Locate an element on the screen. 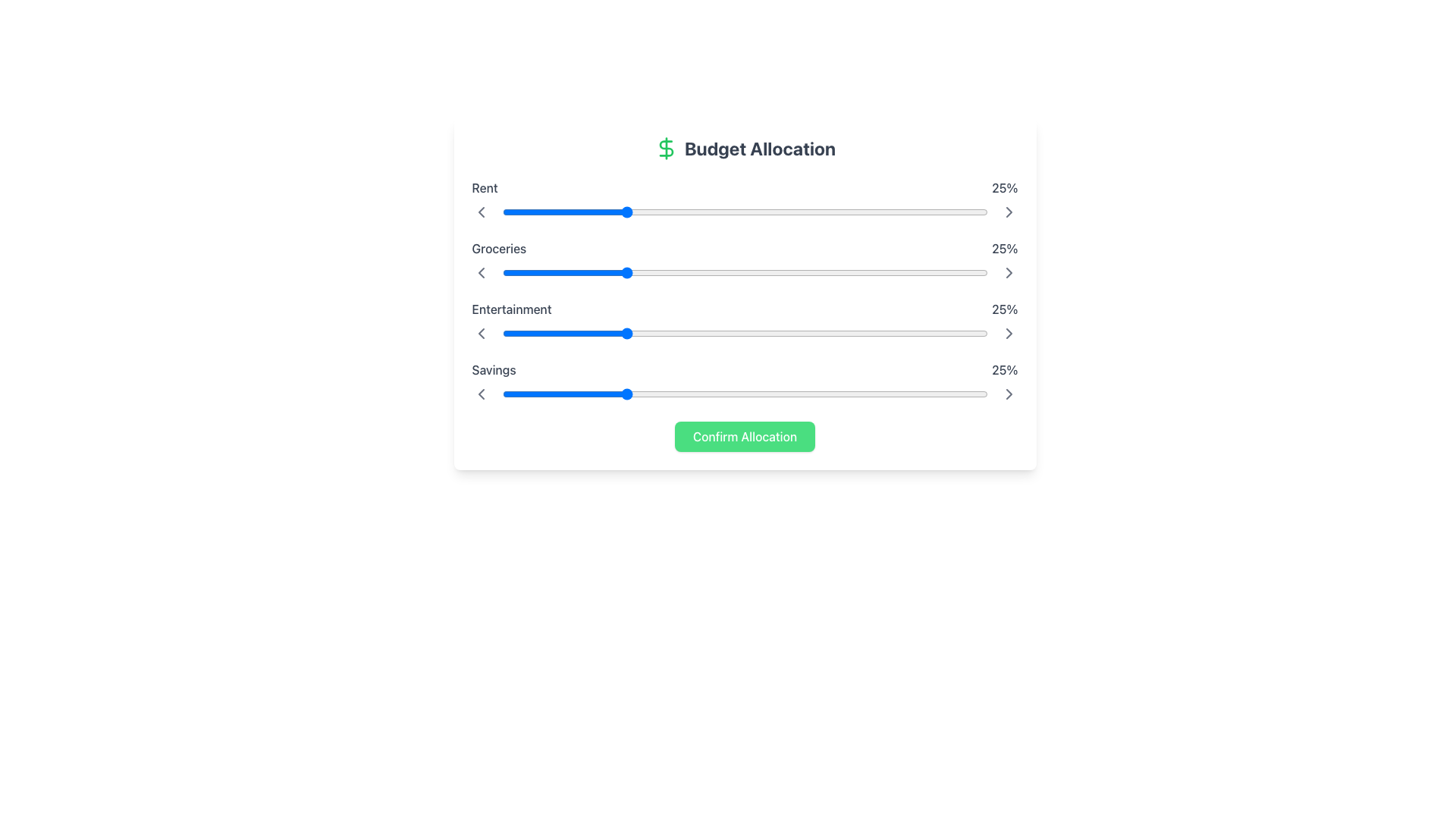 This screenshot has height=819, width=1456. the slider value is located at coordinates (918, 271).